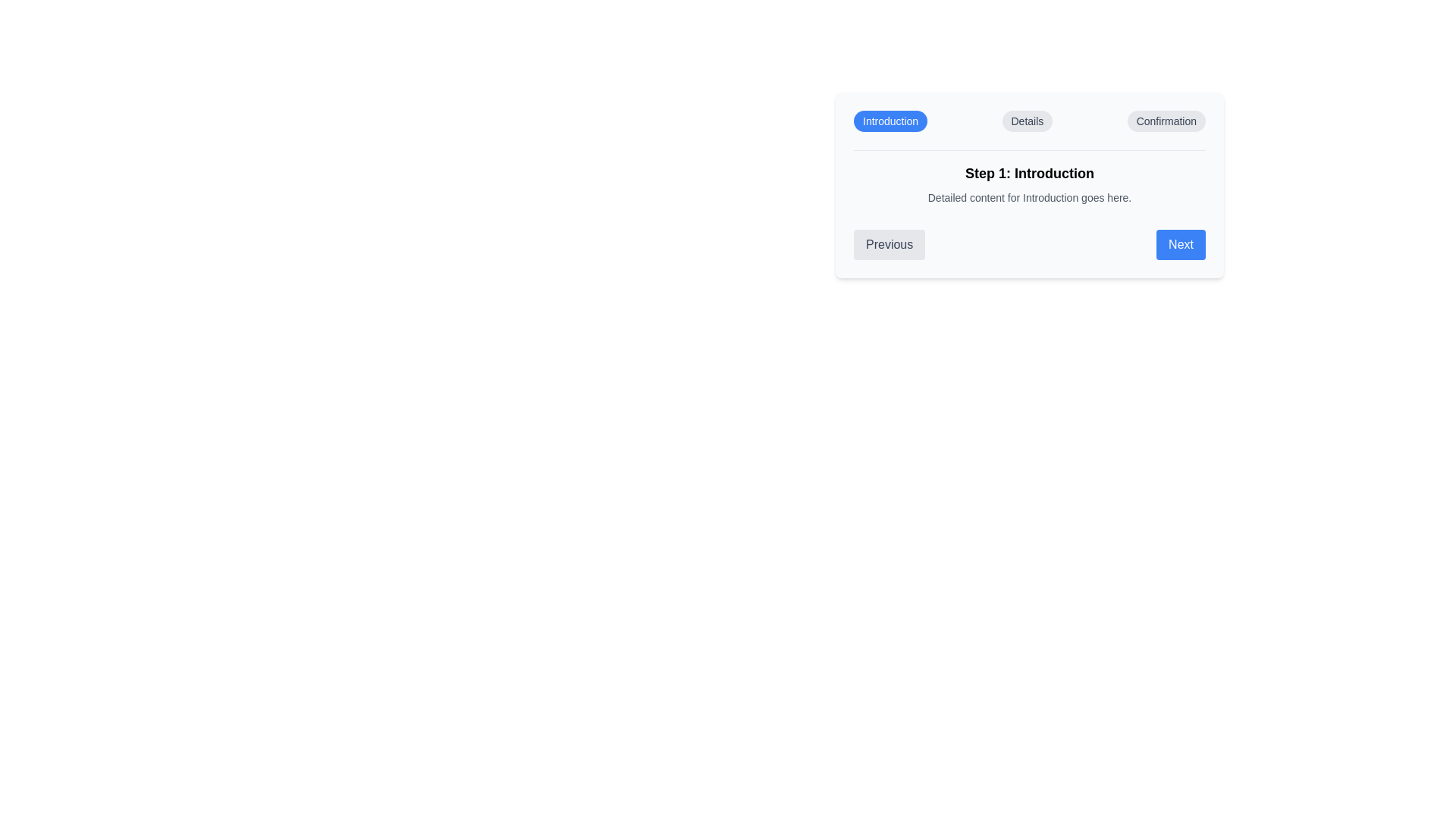  I want to click on 'Next' button to proceed to the next step, so click(1179, 244).